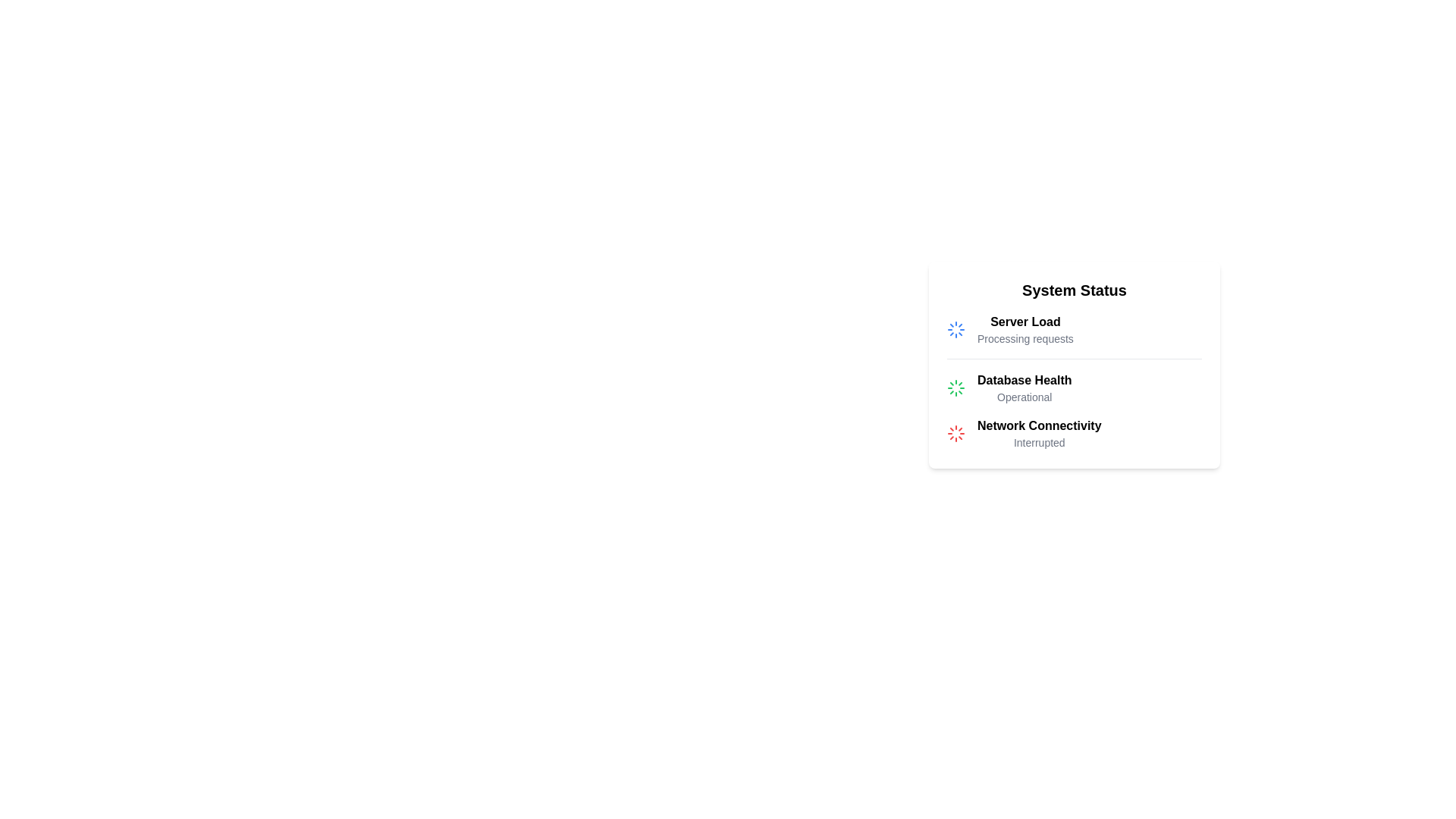 This screenshot has height=819, width=1456. I want to click on the 'Server Load' header within the 'System Status' card, so click(1025, 321).